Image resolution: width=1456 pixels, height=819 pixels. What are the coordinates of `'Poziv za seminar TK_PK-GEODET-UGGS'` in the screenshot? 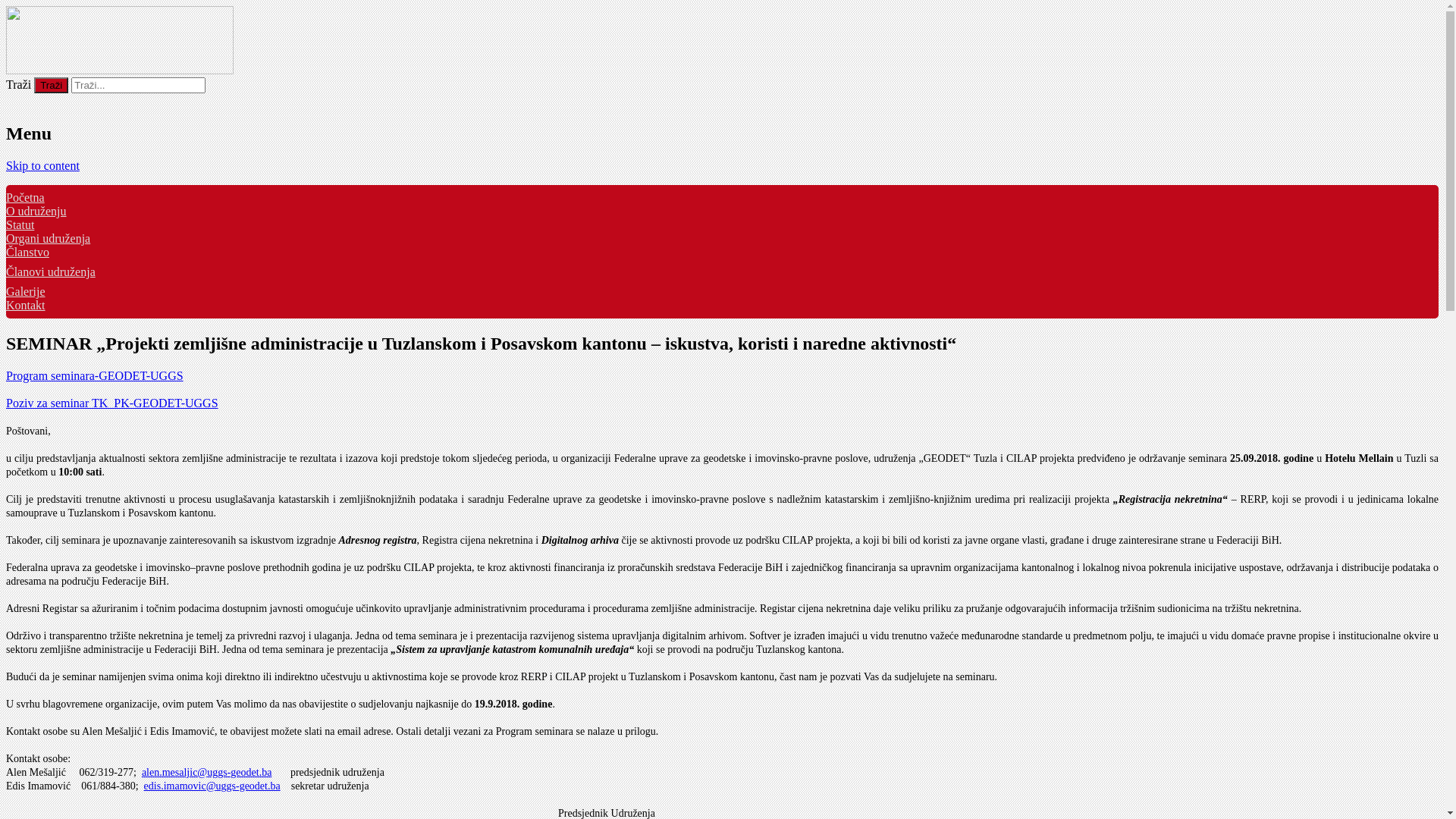 It's located at (6, 402).